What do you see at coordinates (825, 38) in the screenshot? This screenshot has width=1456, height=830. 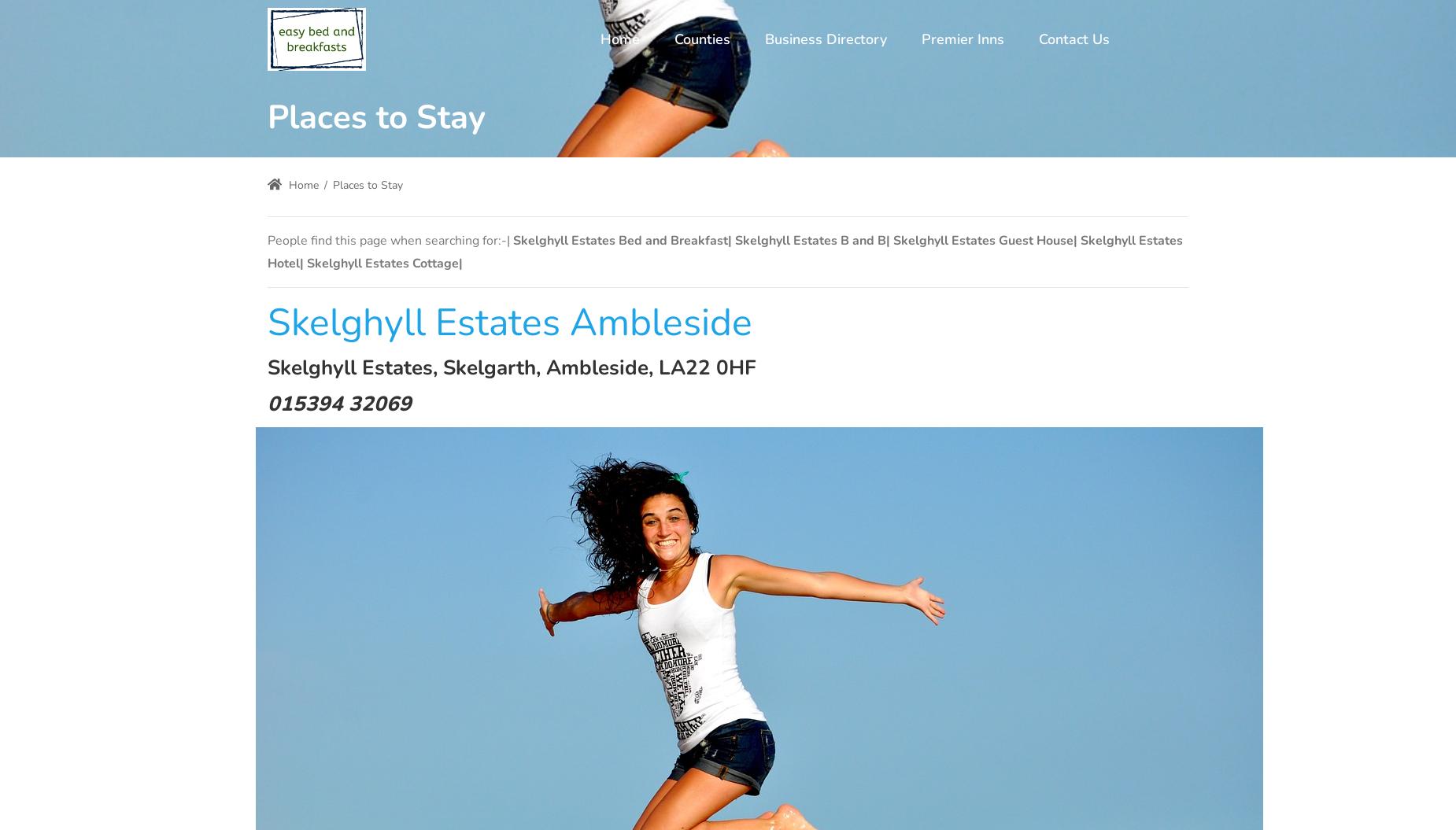 I see `'Business Directory'` at bounding box center [825, 38].